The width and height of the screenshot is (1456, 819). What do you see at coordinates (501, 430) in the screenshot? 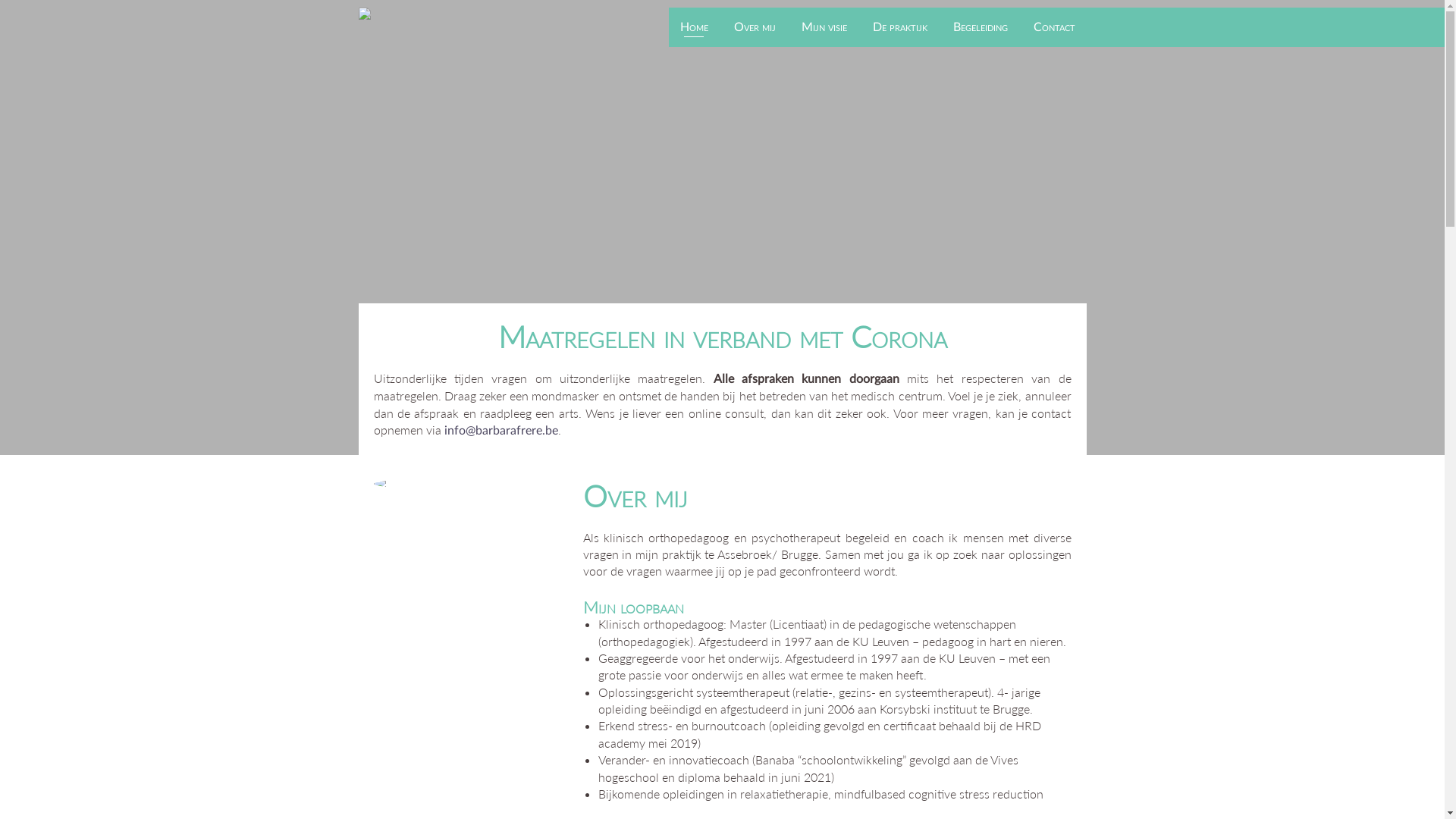
I see `'info@barbarafrere.be'` at bounding box center [501, 430].